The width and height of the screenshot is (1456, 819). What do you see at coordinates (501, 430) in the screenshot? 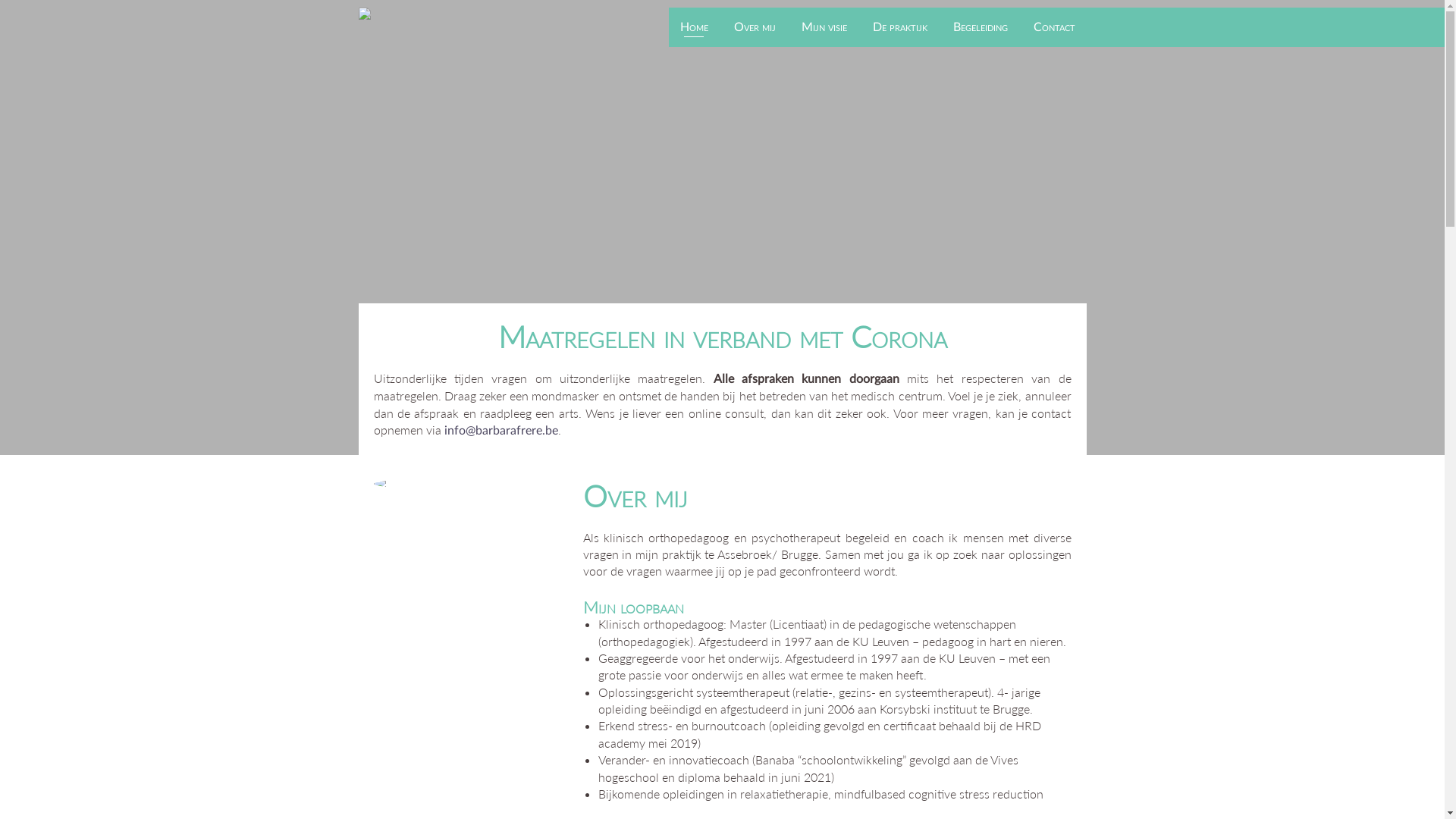
I see `'info@barbarafrere.be'` at bounding box center [501, 430].